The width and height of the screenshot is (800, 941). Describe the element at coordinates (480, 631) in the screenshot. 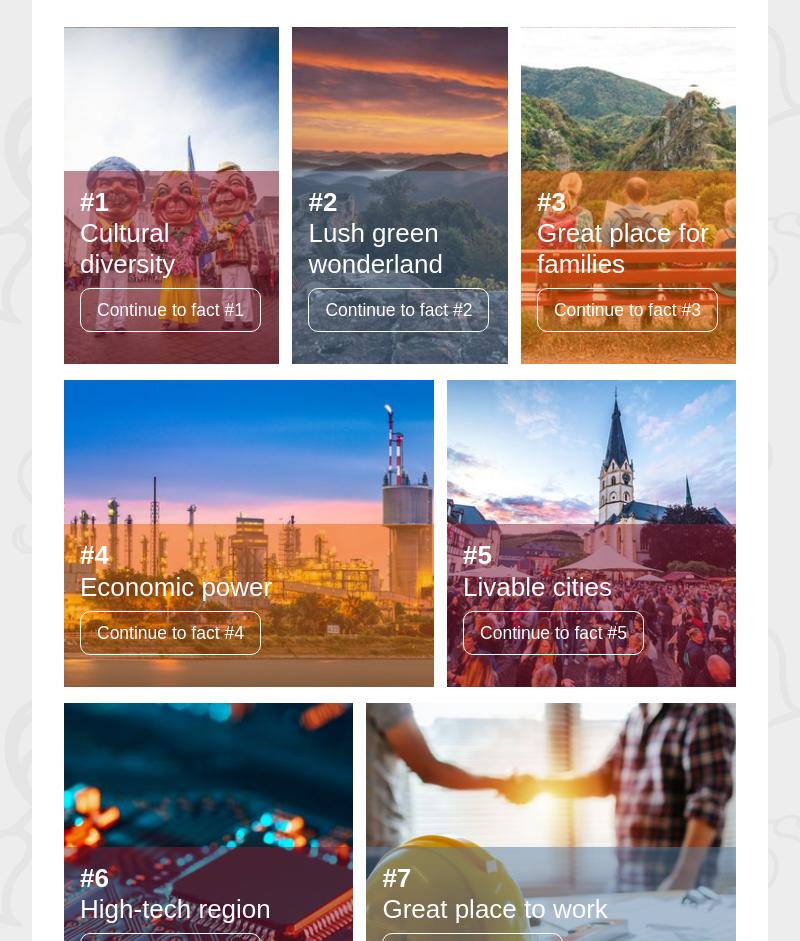

I see `'Continue to fact #5'` at that location.